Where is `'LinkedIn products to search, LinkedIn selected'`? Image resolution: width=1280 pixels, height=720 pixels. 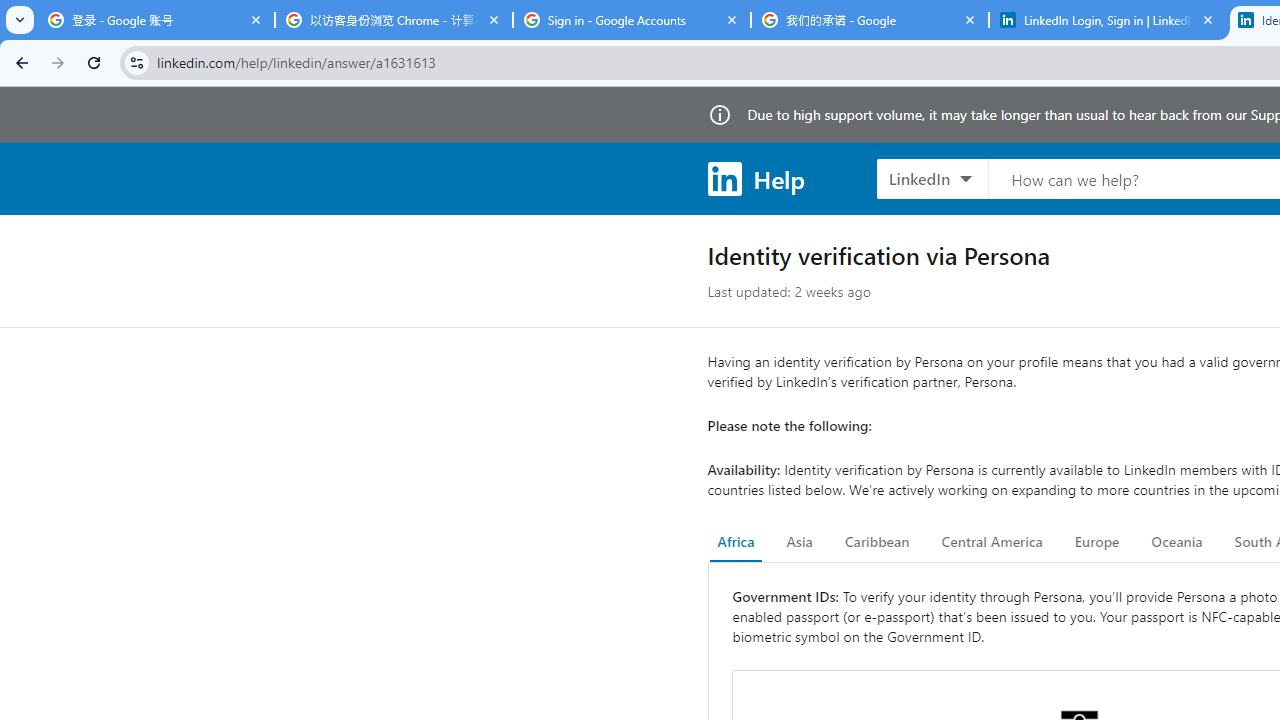
'LinkedIn products to search, LinkedIn selected' is located at coordinates (931, 177).